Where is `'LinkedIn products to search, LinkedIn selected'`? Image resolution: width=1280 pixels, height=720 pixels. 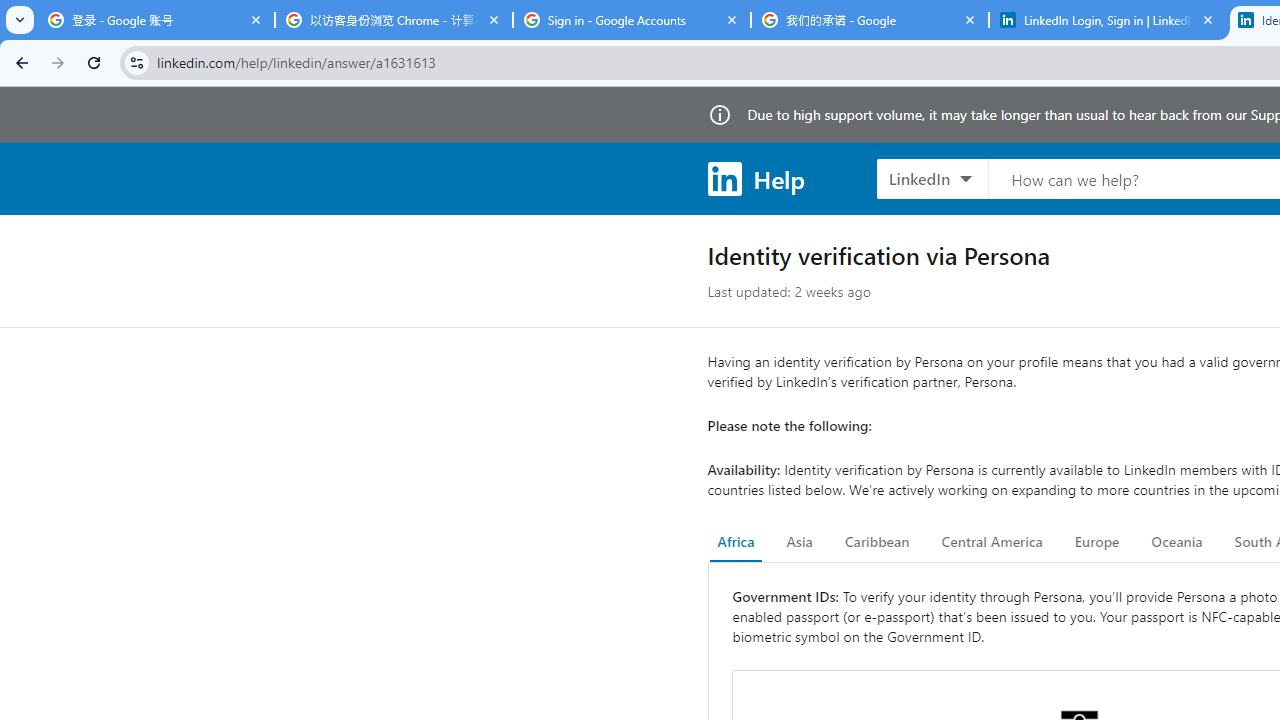
'LinkedIn products to search, LinkedIn selected' is located at coordinates (931, 177).